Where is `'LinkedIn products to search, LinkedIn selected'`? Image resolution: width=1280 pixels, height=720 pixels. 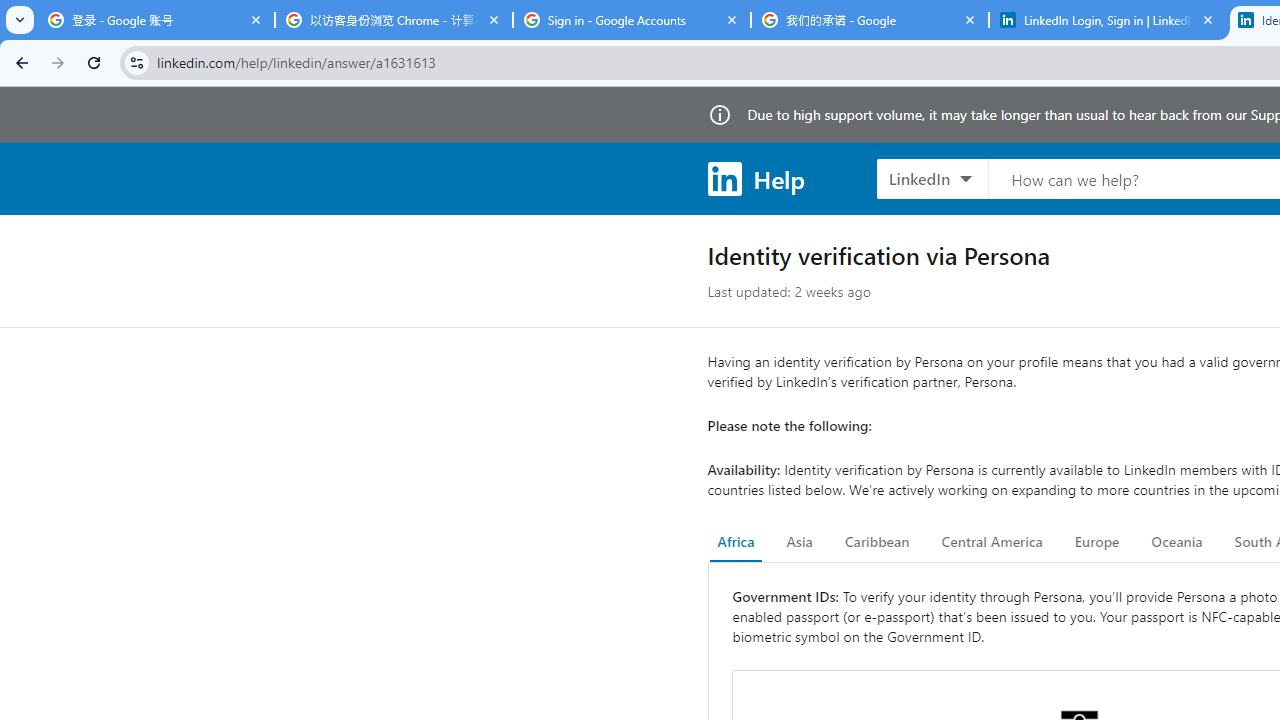
'LinkedIn products to search, LinkedIn selected' is located at coordinates (931, 177).